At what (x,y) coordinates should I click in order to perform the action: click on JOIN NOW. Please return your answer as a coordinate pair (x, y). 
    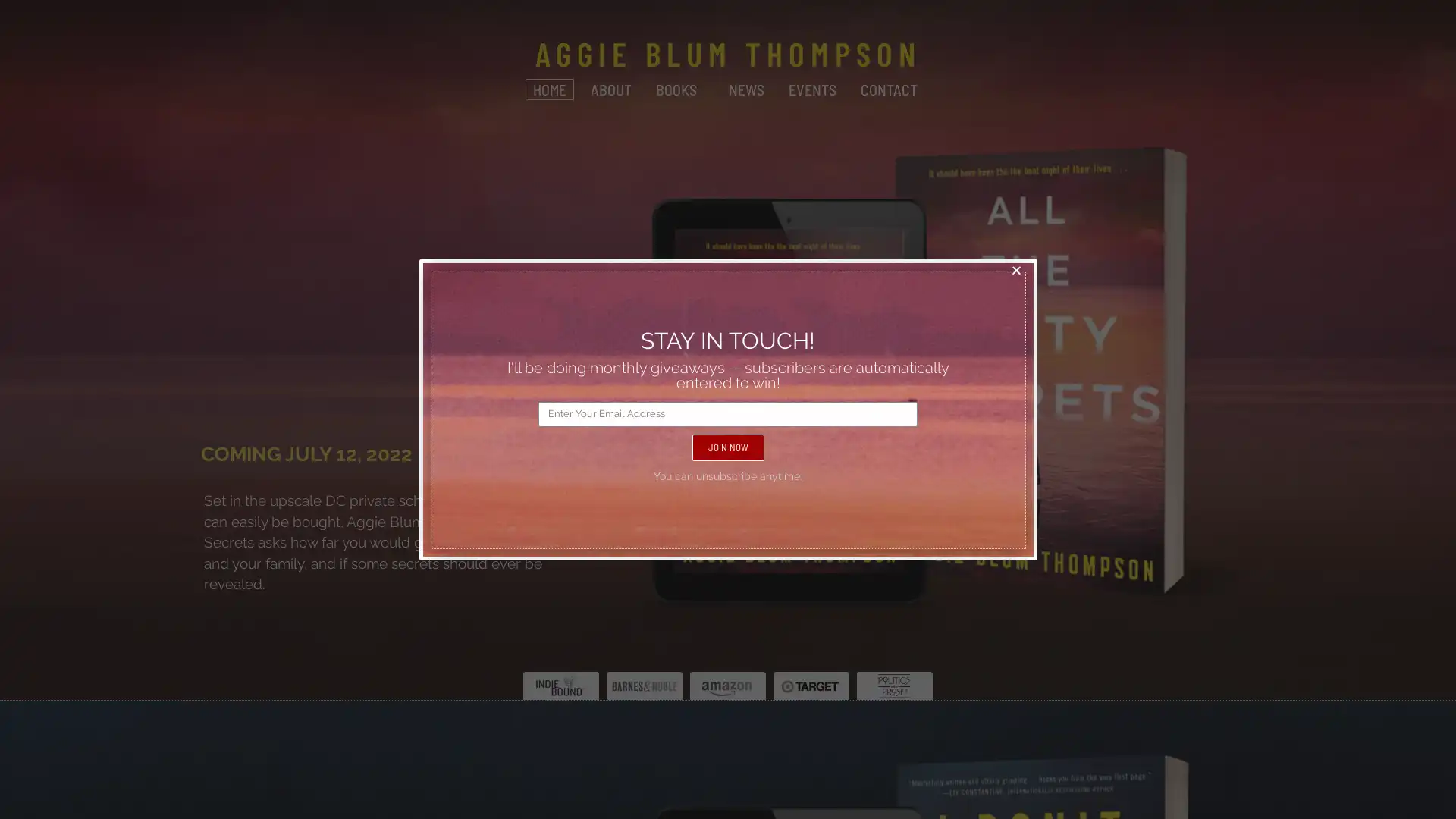
    Looking at the image, I should click on (726, 447).